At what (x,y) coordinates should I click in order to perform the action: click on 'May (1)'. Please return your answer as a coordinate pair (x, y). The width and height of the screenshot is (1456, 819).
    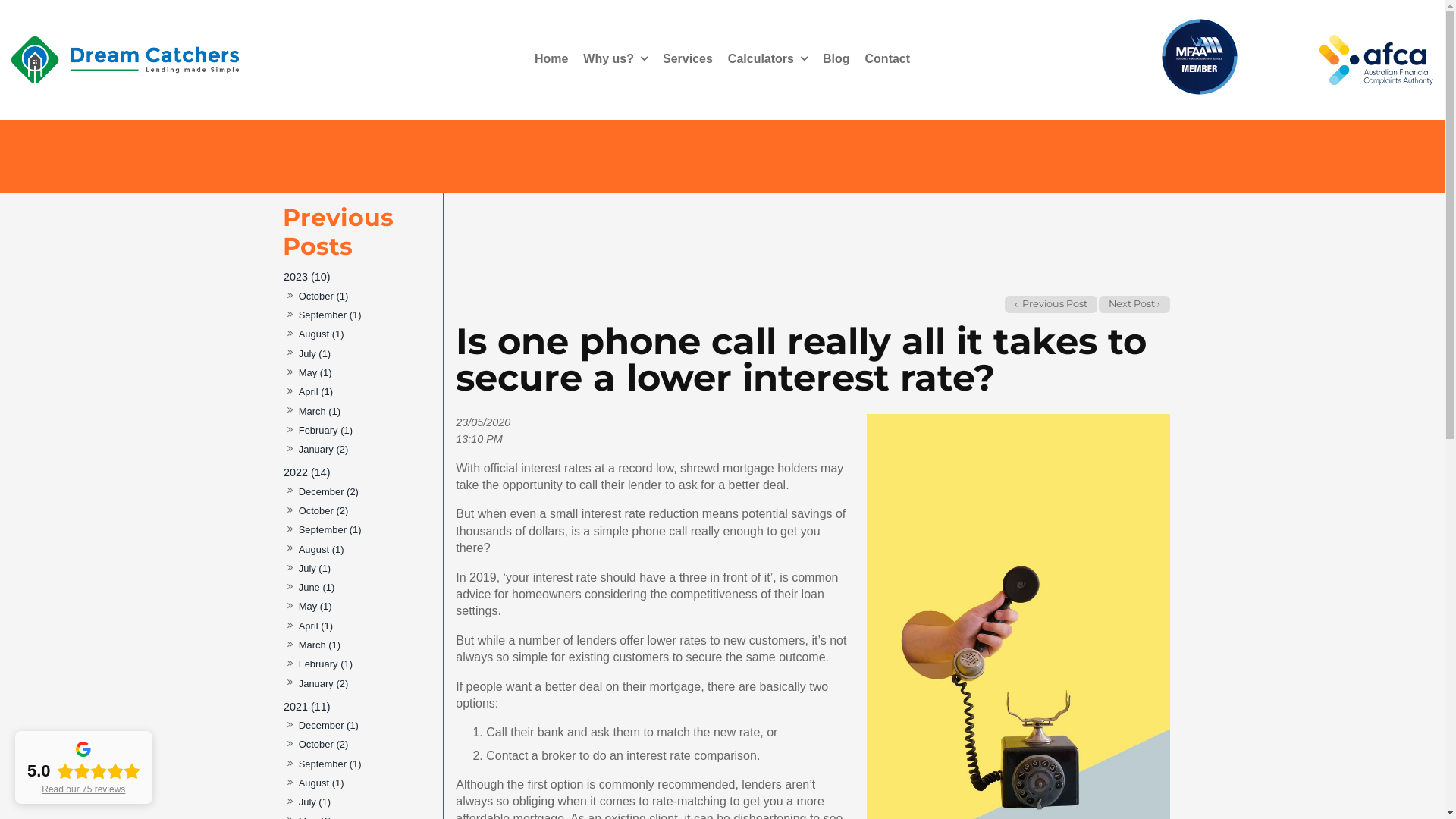
    Looking at the image, I should click on (313, 606).